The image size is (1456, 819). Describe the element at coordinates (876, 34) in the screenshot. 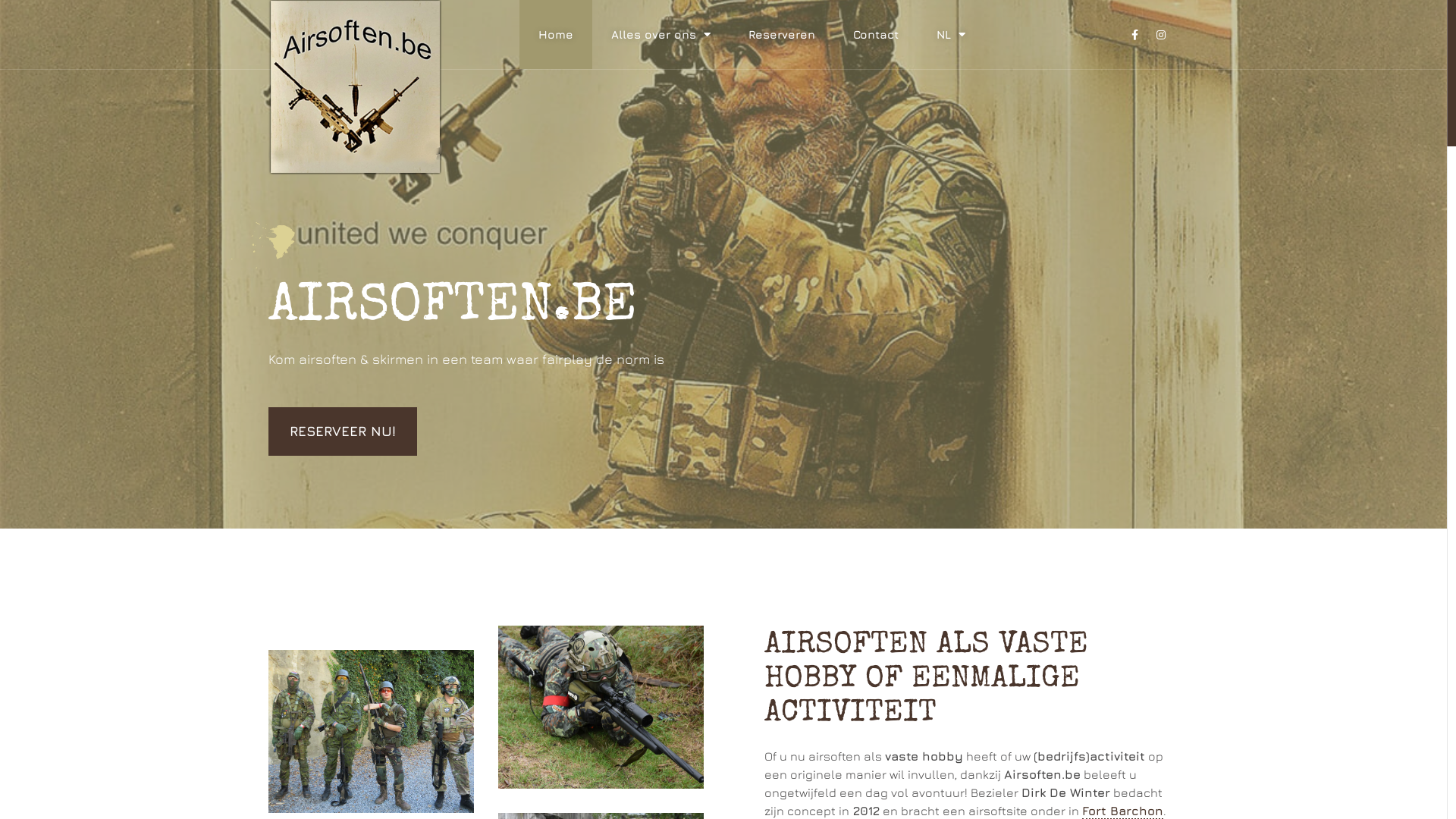

I see `'Contact'` at that location.